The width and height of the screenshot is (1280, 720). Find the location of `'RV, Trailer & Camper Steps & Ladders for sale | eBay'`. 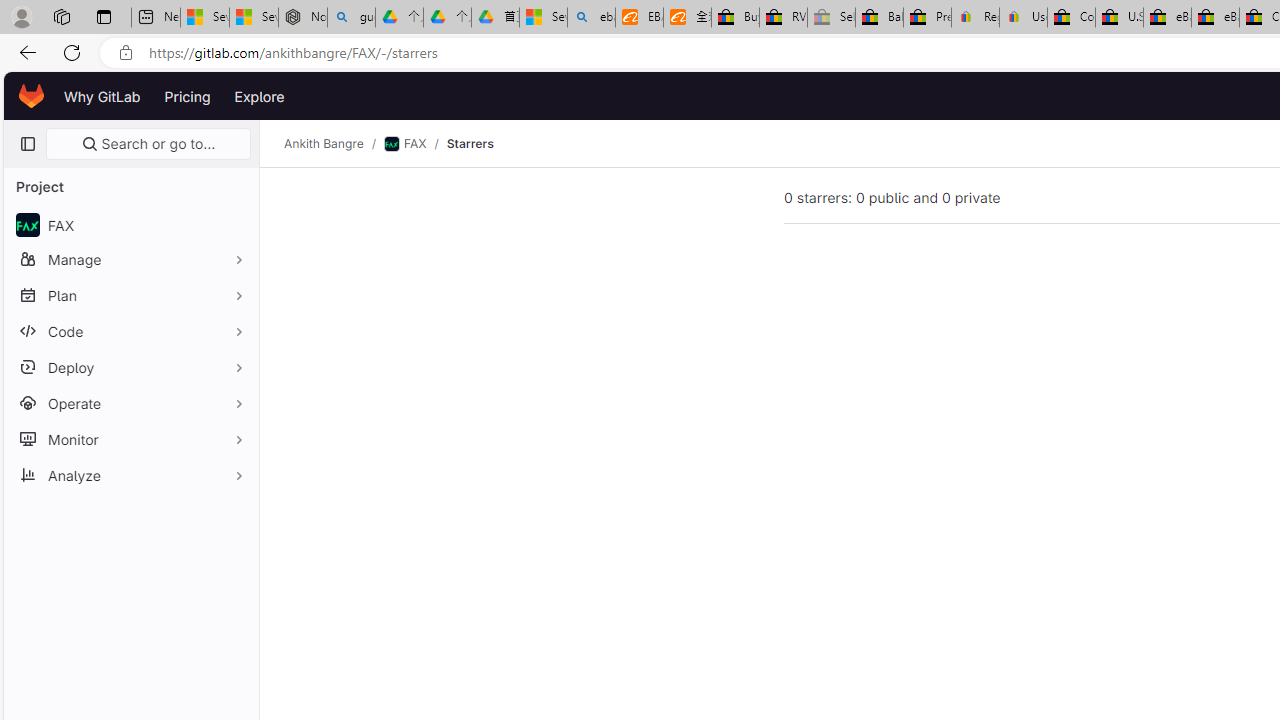

'RV, Trailer & Camper Steps & Ladders for sale | eBay' is located at coordinates (783, 17).